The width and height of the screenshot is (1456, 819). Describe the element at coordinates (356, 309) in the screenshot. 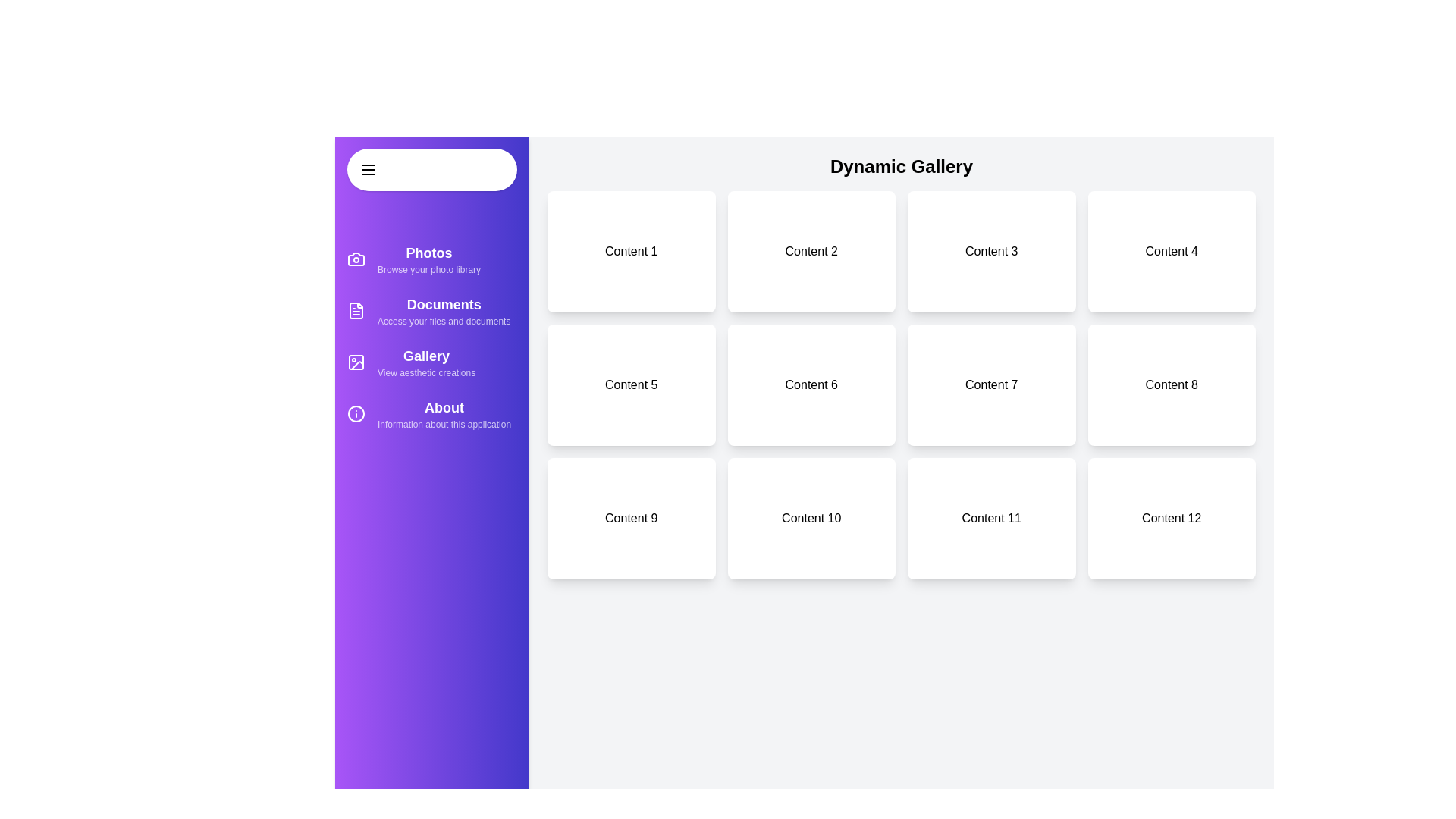

I see `the sidebar icon for Documents` at that location.